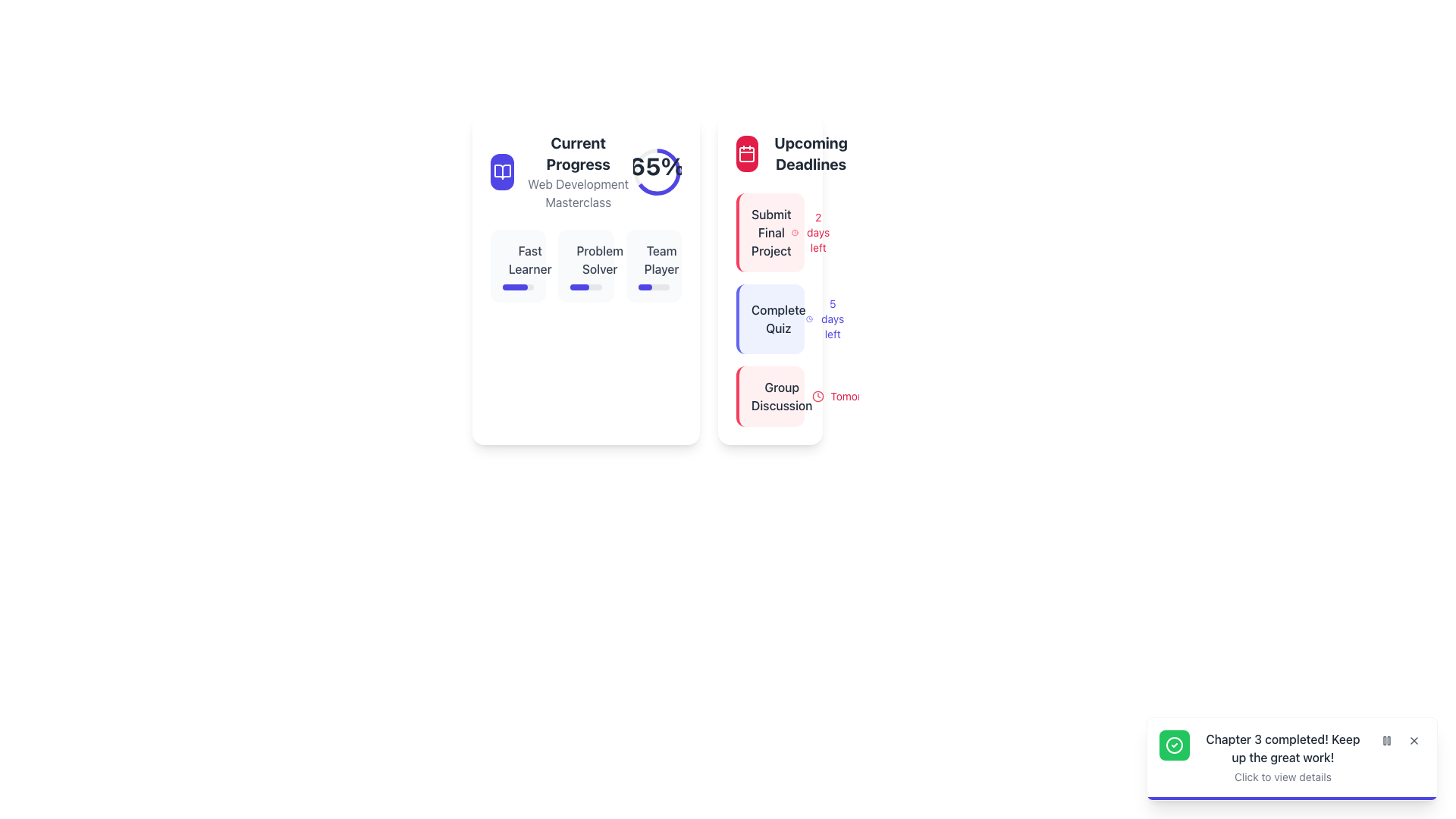 This screenshot has height=819, width=1456. What do you see at coordinates (654, 287) in the screenshot?
I see `the small horizontal progress bar with a light gray background and indigo filled portion located in the 'Team Player' section of the 'Current Progress' widget` at bounding box center [654, 287].